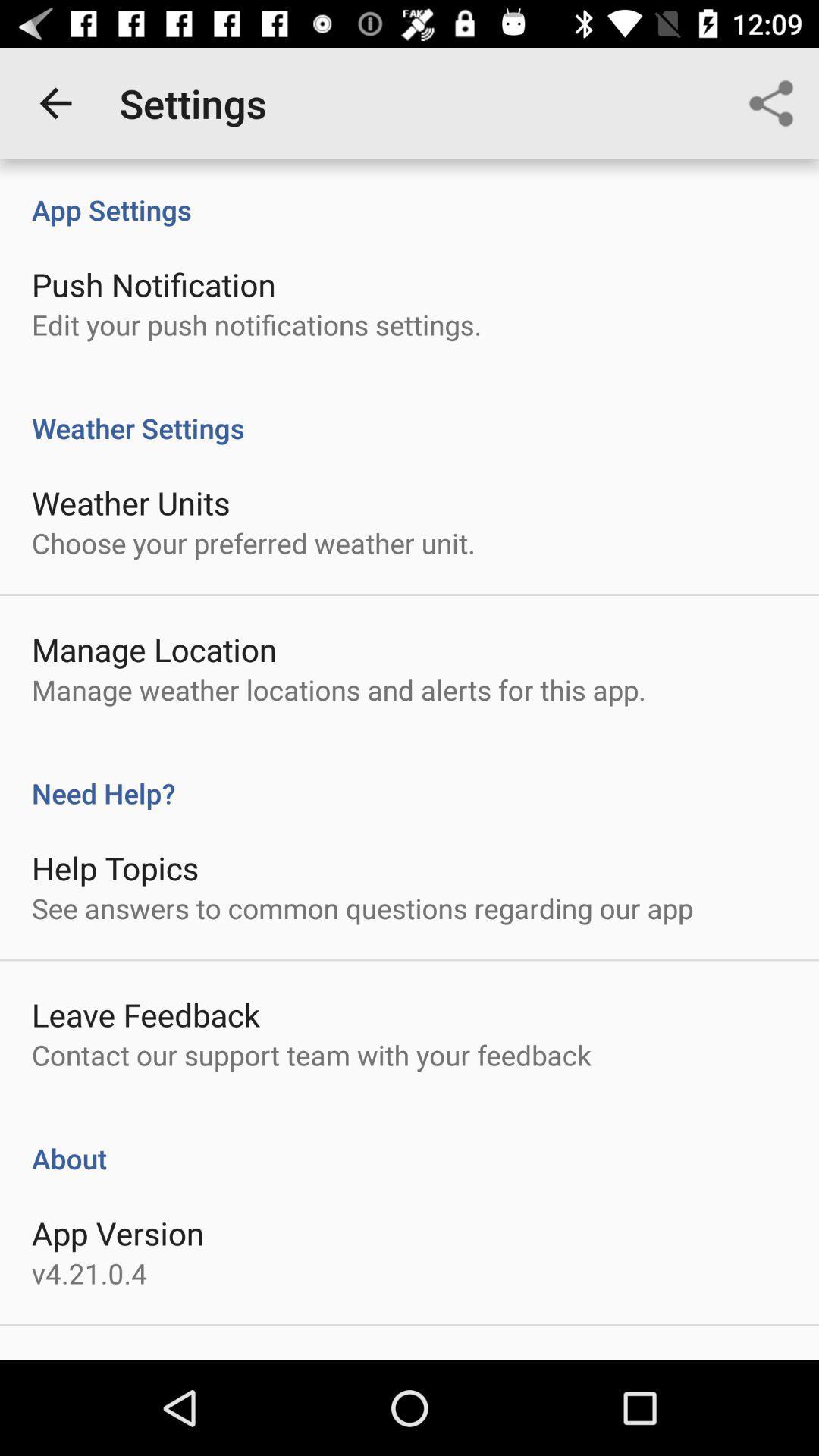  I want to click on icon next to the settings  icon, so click(55, 102).